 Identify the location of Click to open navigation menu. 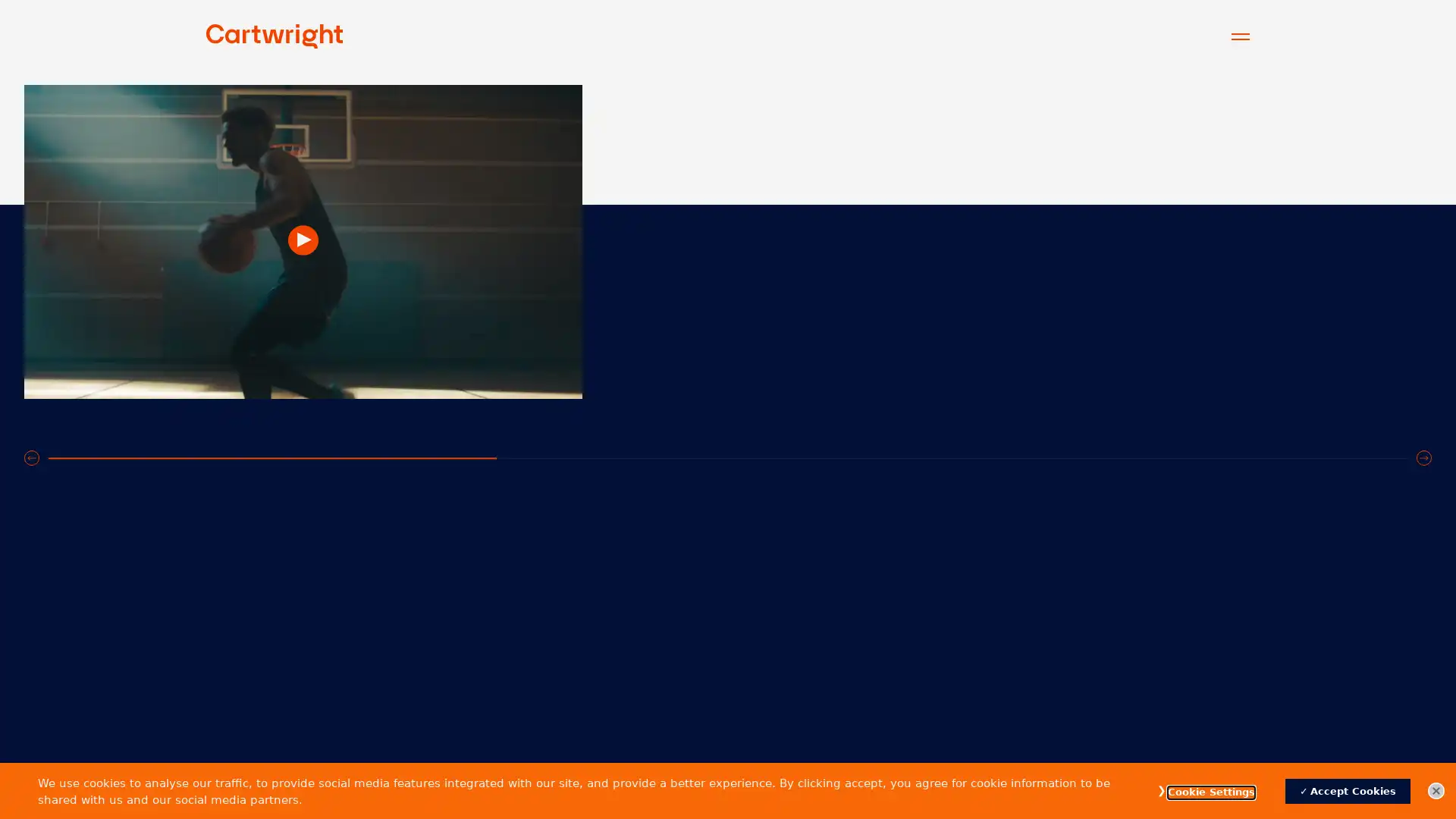
(1241, 35).